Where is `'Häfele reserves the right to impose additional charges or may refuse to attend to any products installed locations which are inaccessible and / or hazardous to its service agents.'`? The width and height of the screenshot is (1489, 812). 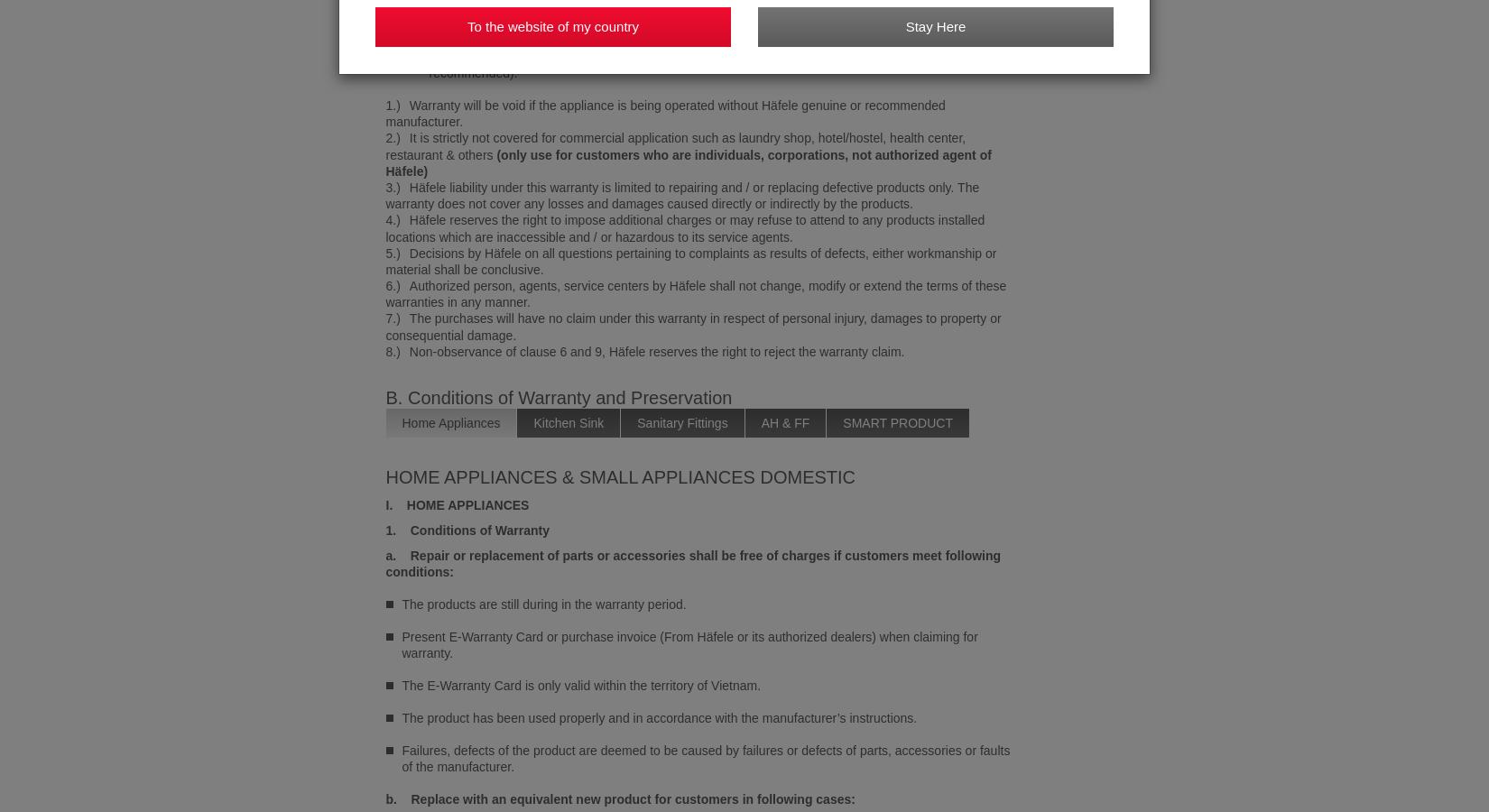
'Häfele reserves the right to impose additional charges or may refuse to attend to any products installed locations which are inaccessible and / or hazardous to its service agents.' is located at coordinates (684, 226).